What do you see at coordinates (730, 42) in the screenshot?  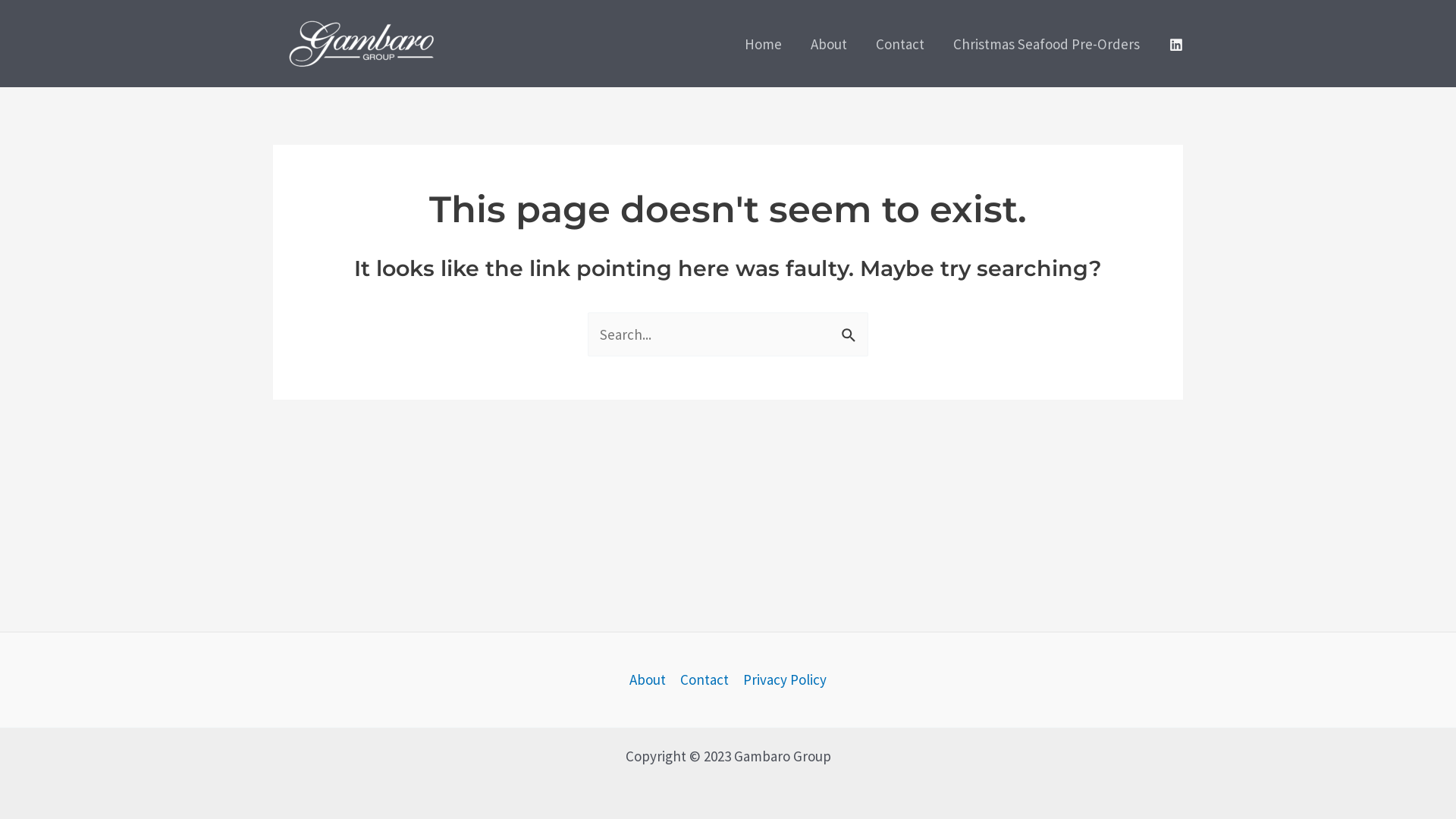 I see `'Home'` at bounding box center [730, 42].